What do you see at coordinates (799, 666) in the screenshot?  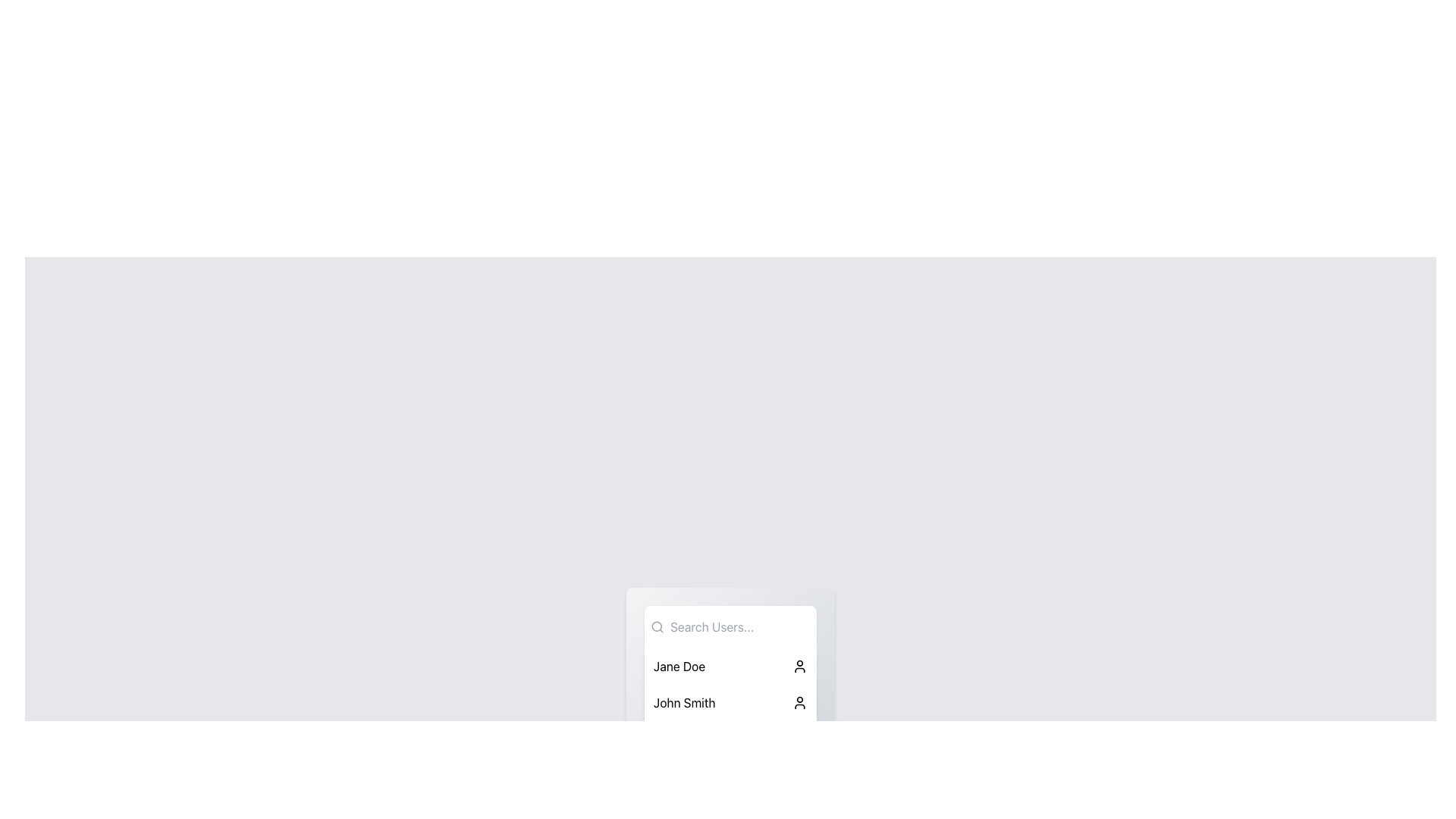 I see `the user icon representing 'Jane Doe' to interact with it` at bounding box center [799, 666].